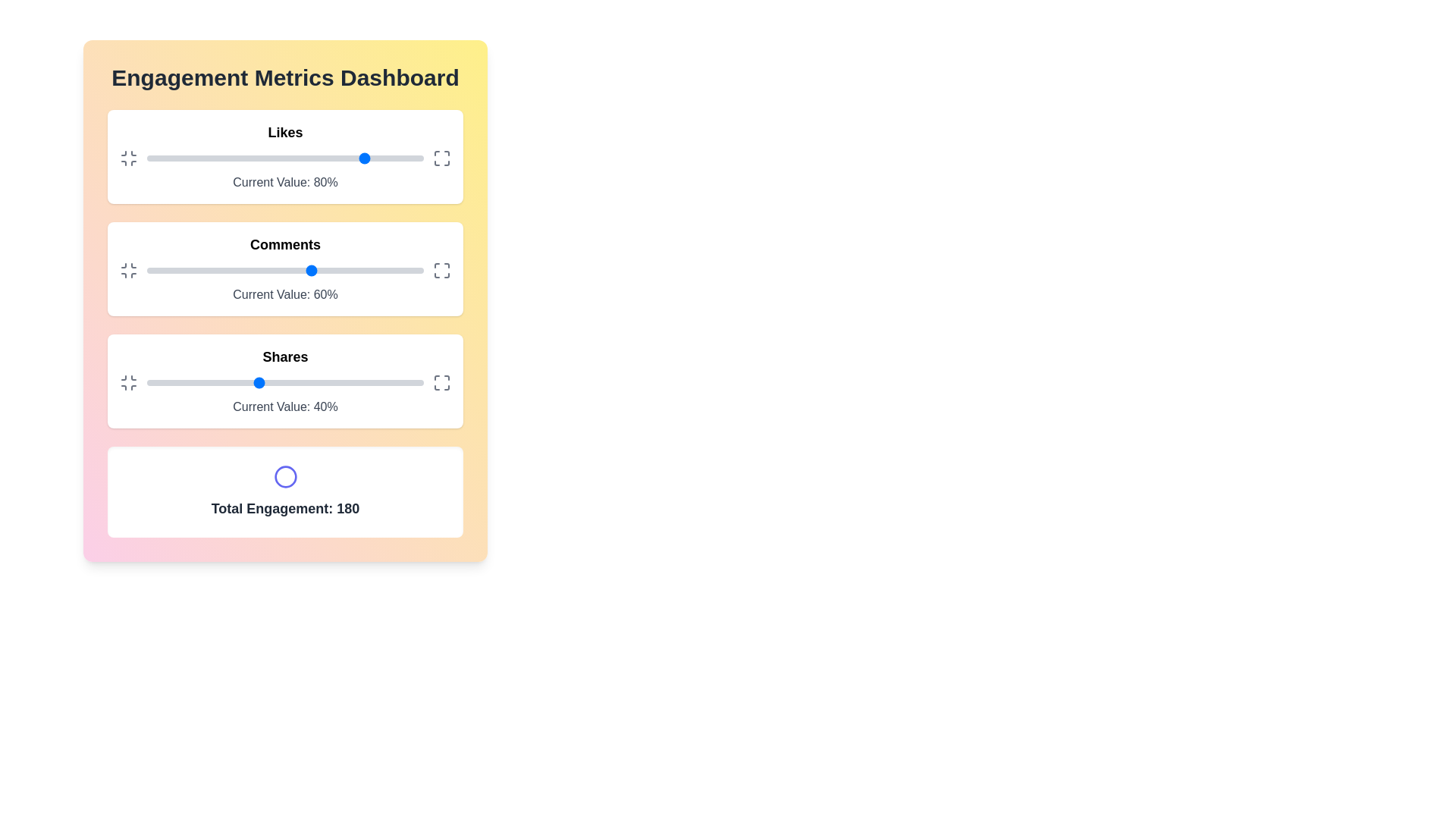 This screenshot has height=819, width=1456. I want to click on the slider, so click(221, 158).